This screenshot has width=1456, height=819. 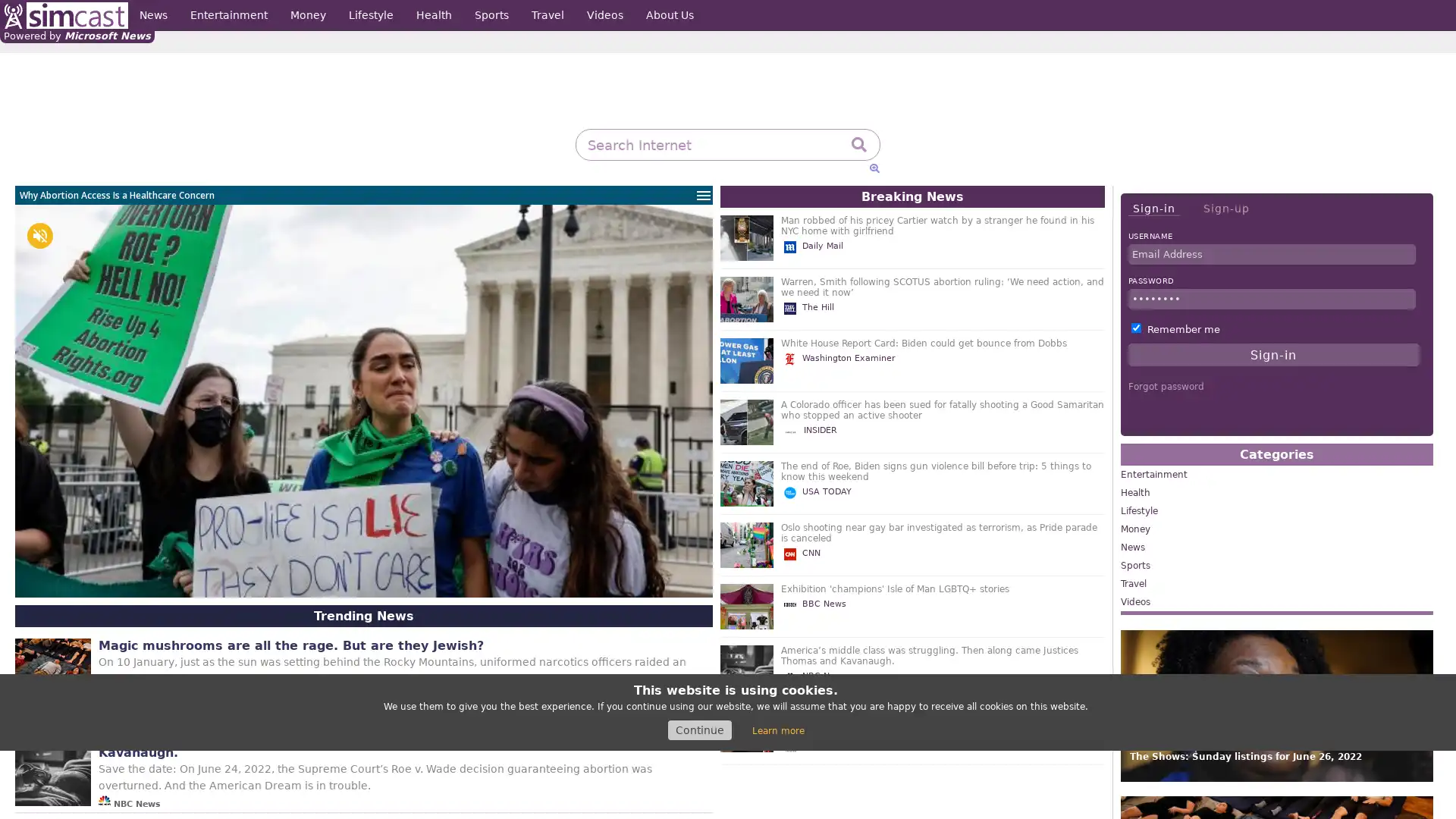 I want to click on Sign-in, so click(x=1153, y=209).